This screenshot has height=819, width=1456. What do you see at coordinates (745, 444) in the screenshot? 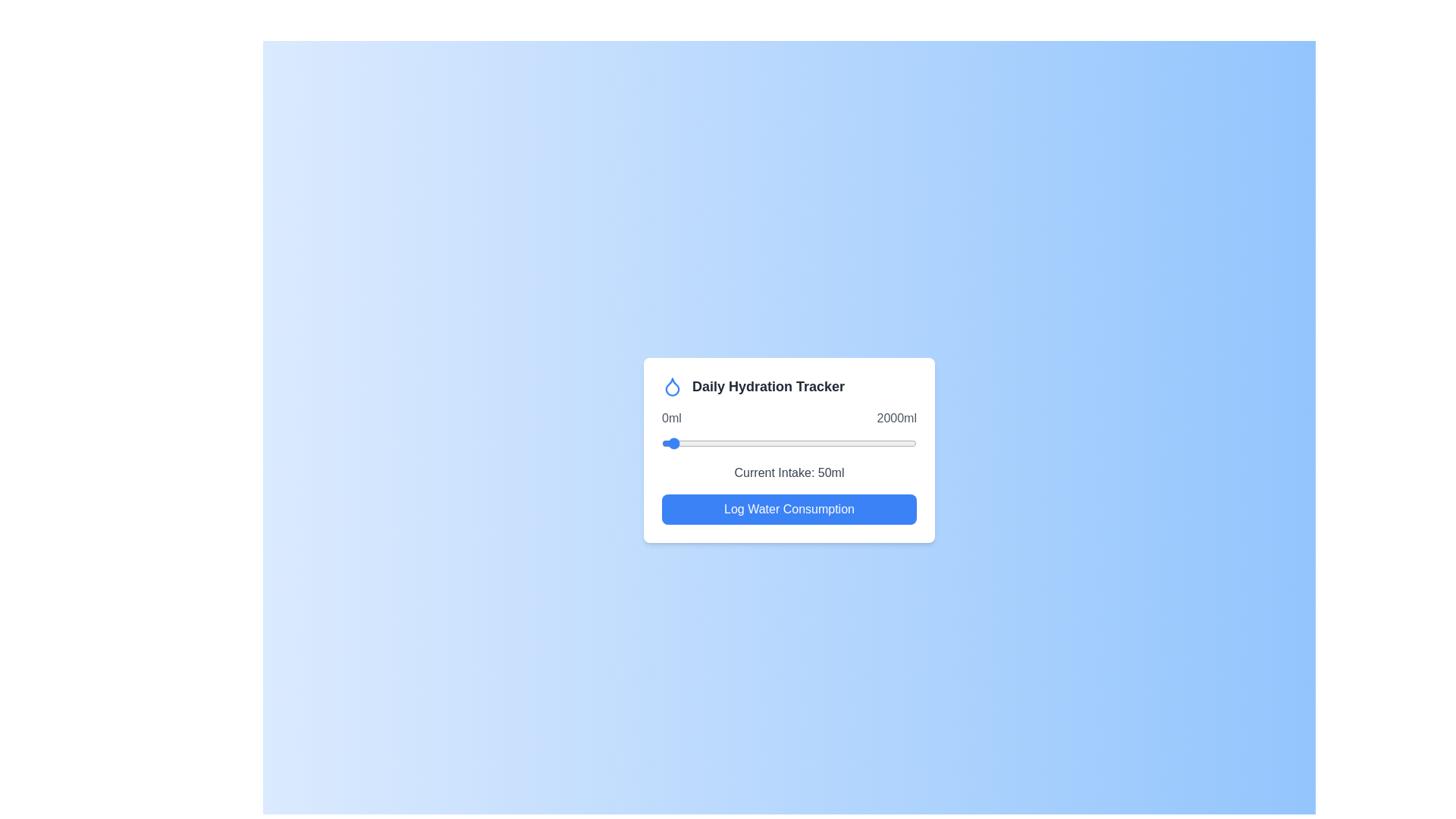
I see `the hydration slider to set the water intake to 656 ml` at bounding box center [745, 444].